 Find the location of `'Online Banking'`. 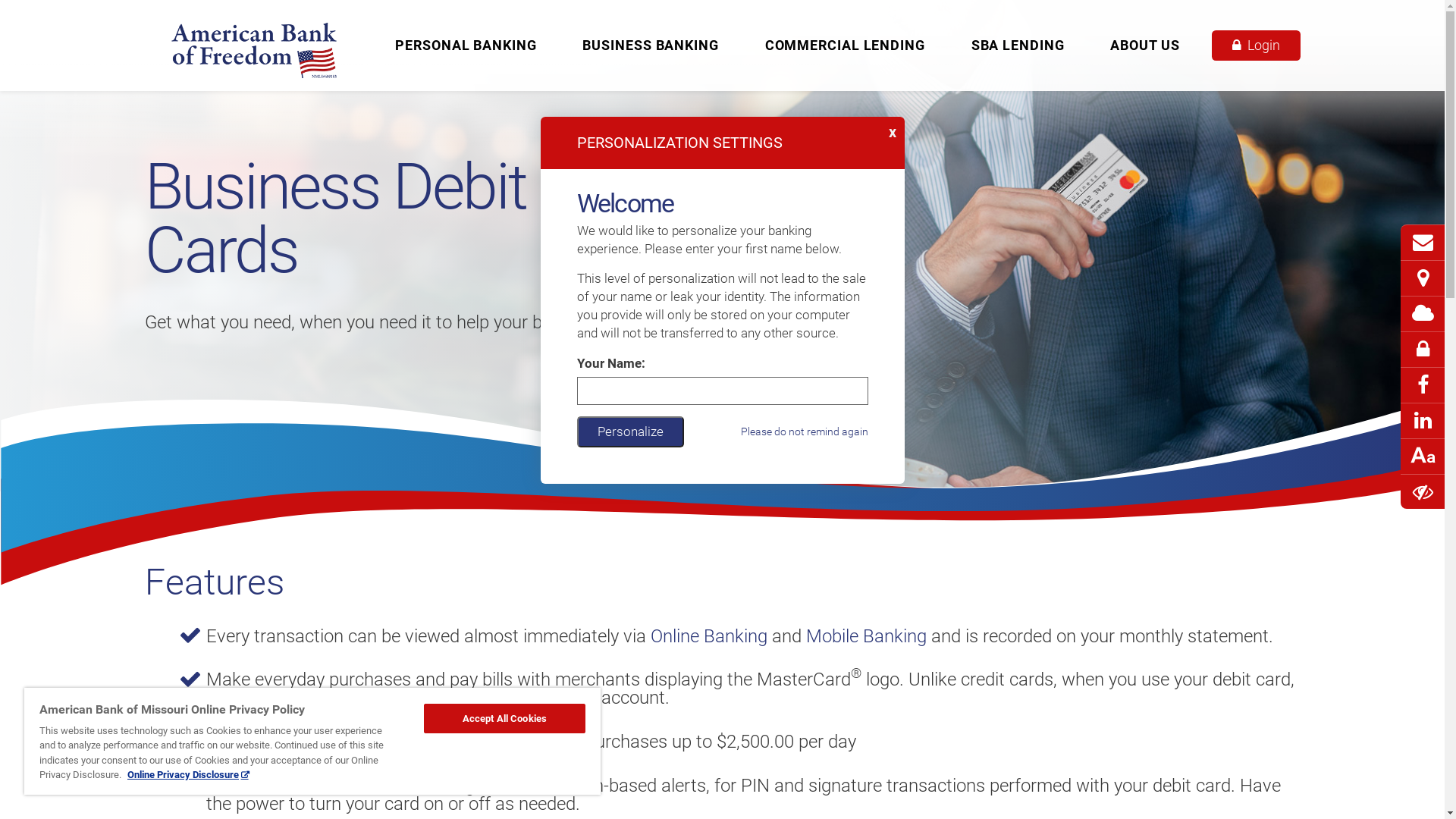

'Online Banking' is located at coordinates (651, 636).